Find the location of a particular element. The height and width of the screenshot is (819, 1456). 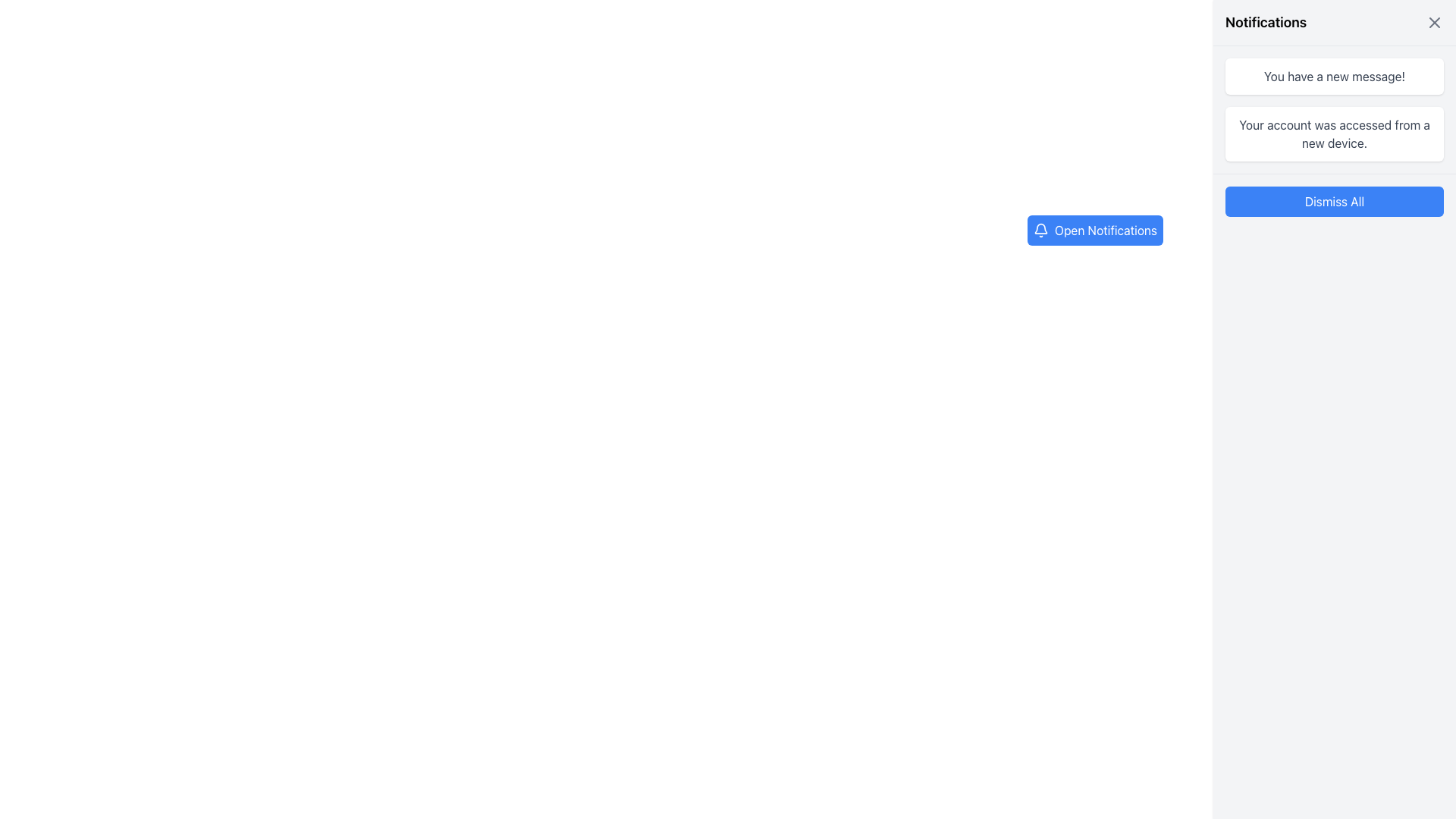

text snippet saying 'You have a new message!' located in the top-right section of the Notifications panel, which is part of the first notification card in the list is located at coordinates (1335, 76).